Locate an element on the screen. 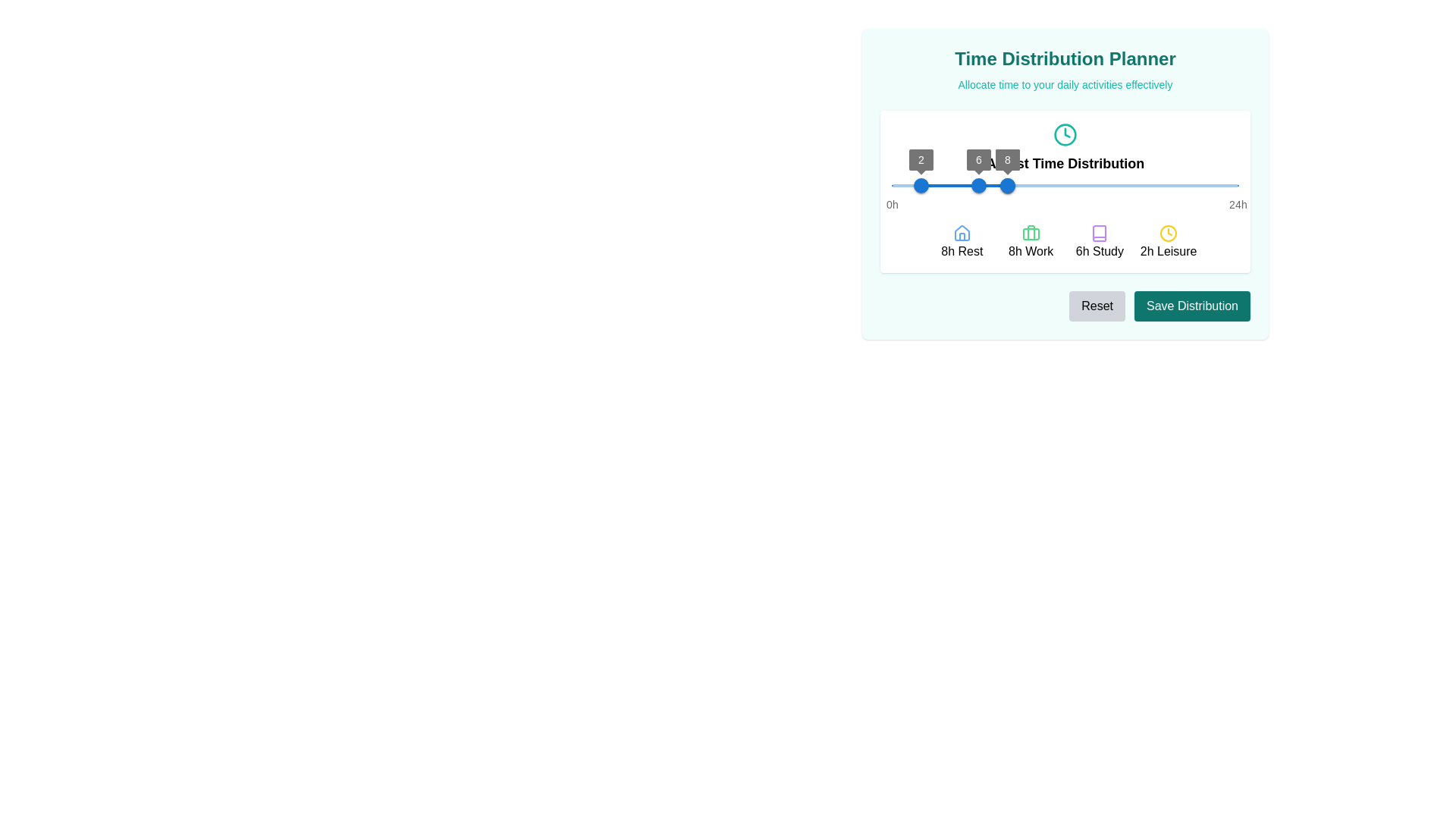 The width and height of the screenshot is (1456, 819). the first labeled icon representing 'Rest' in the time distribution interface to interact with its associated functions is located at coordinates (961, 242).